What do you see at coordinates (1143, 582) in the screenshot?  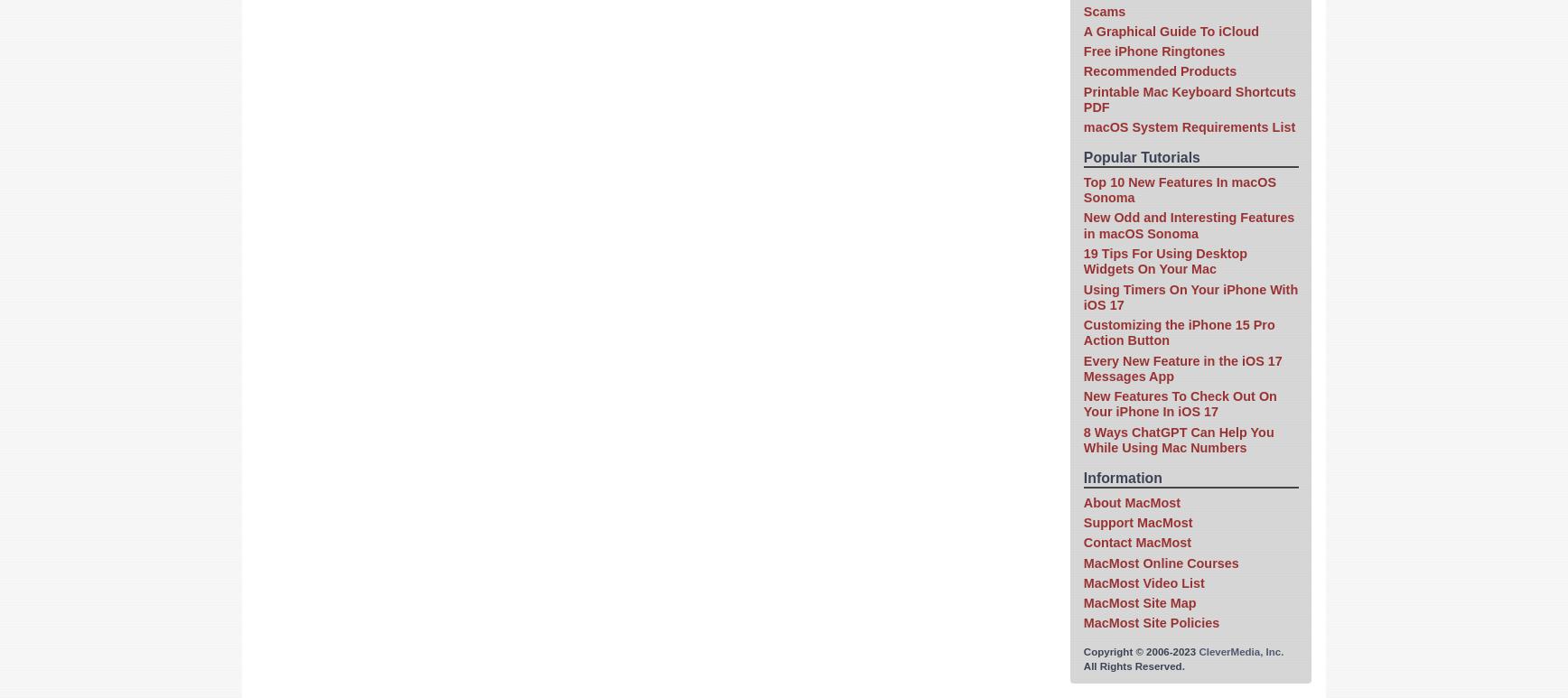 I see `'MacMost Video List'` at bounding box center [1143, 582].